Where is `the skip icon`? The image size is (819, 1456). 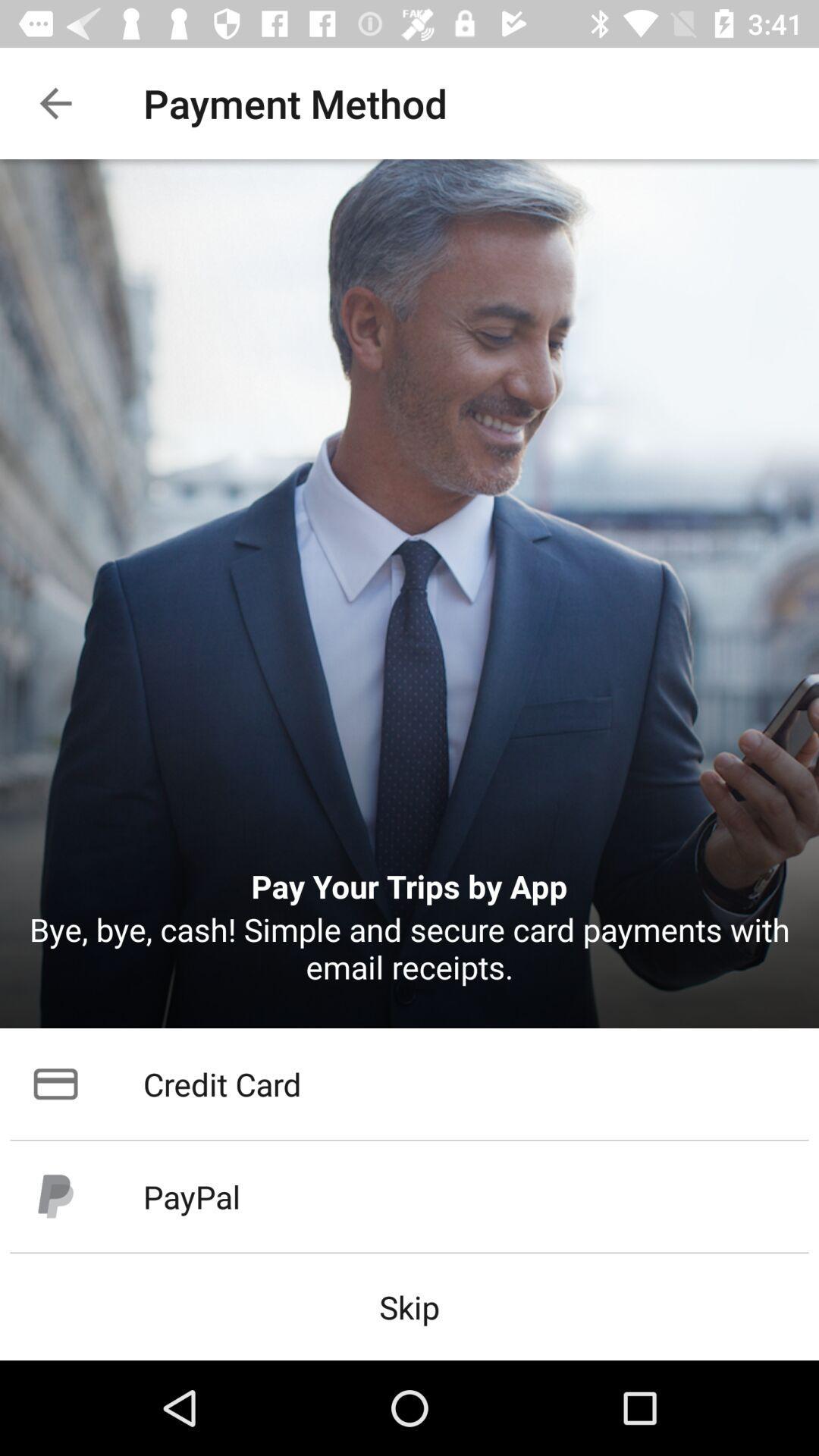 the skip icon is located at coordinates (409, 1306).